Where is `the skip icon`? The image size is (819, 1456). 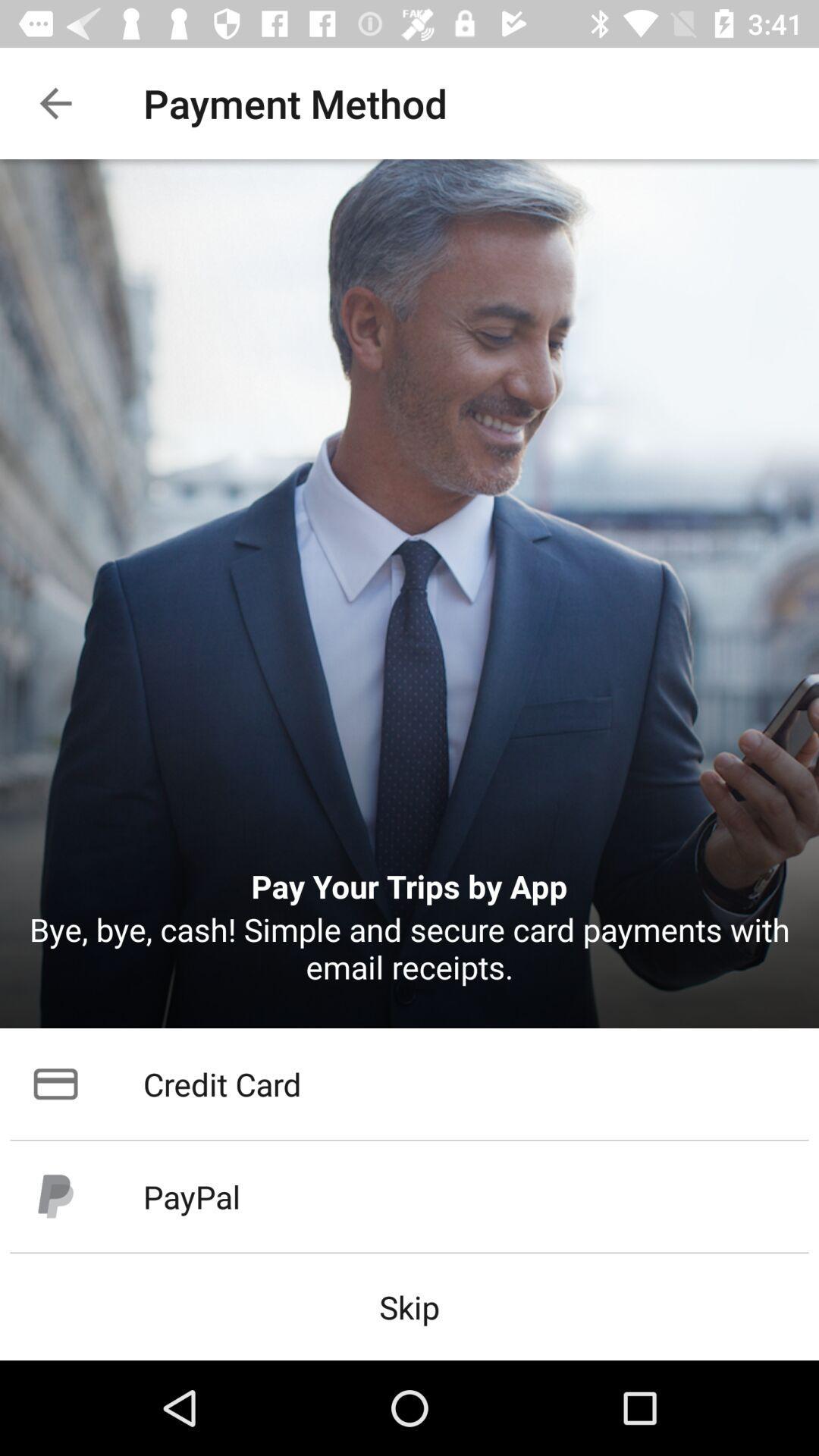 the skip icon is located at coordinates (409, 1306).